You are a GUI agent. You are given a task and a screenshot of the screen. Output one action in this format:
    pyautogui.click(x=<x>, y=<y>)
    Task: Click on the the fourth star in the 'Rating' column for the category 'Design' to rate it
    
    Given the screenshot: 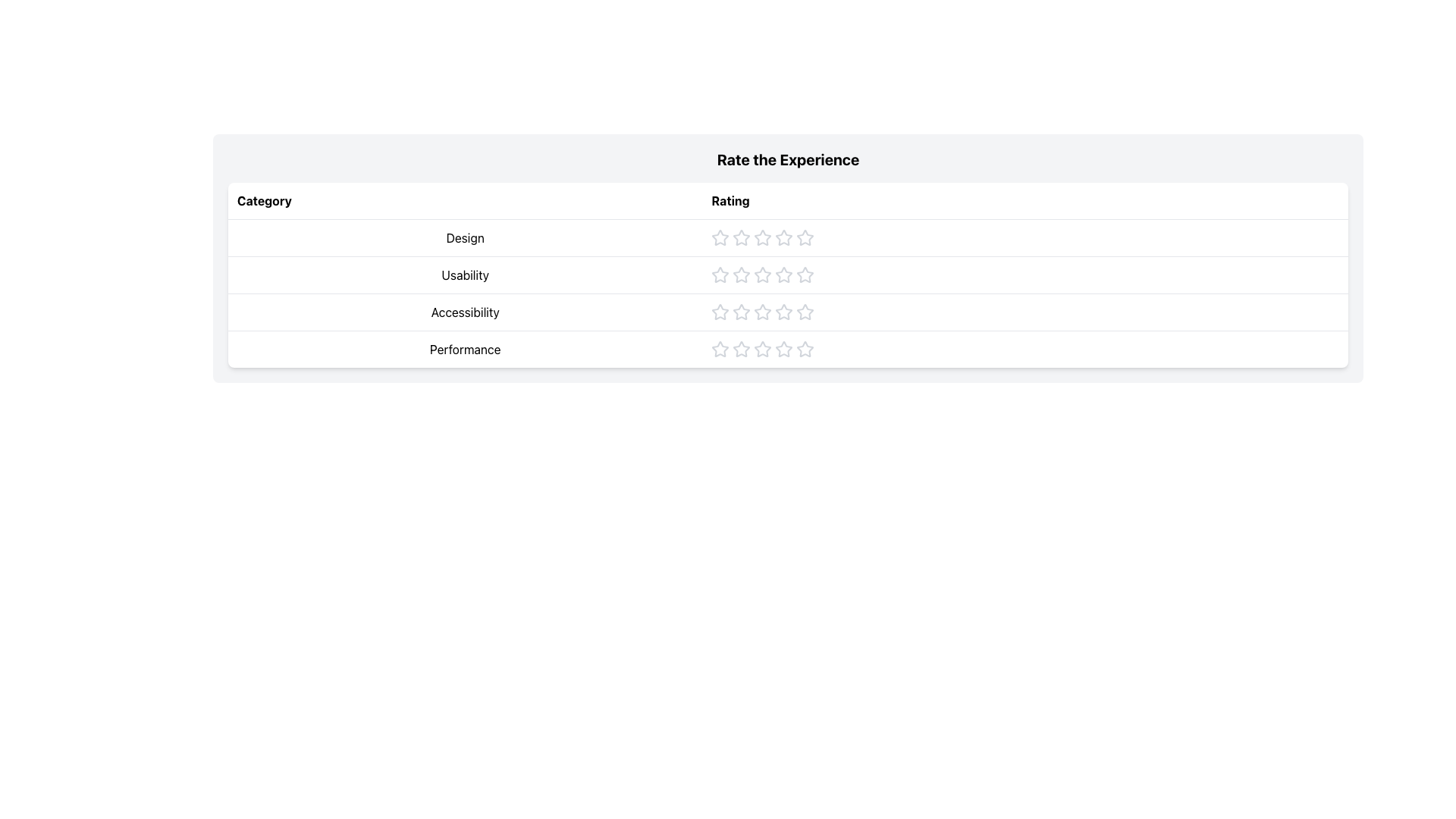 What is the action you would take?
    pyautogui.click(x=805, y=237)
    